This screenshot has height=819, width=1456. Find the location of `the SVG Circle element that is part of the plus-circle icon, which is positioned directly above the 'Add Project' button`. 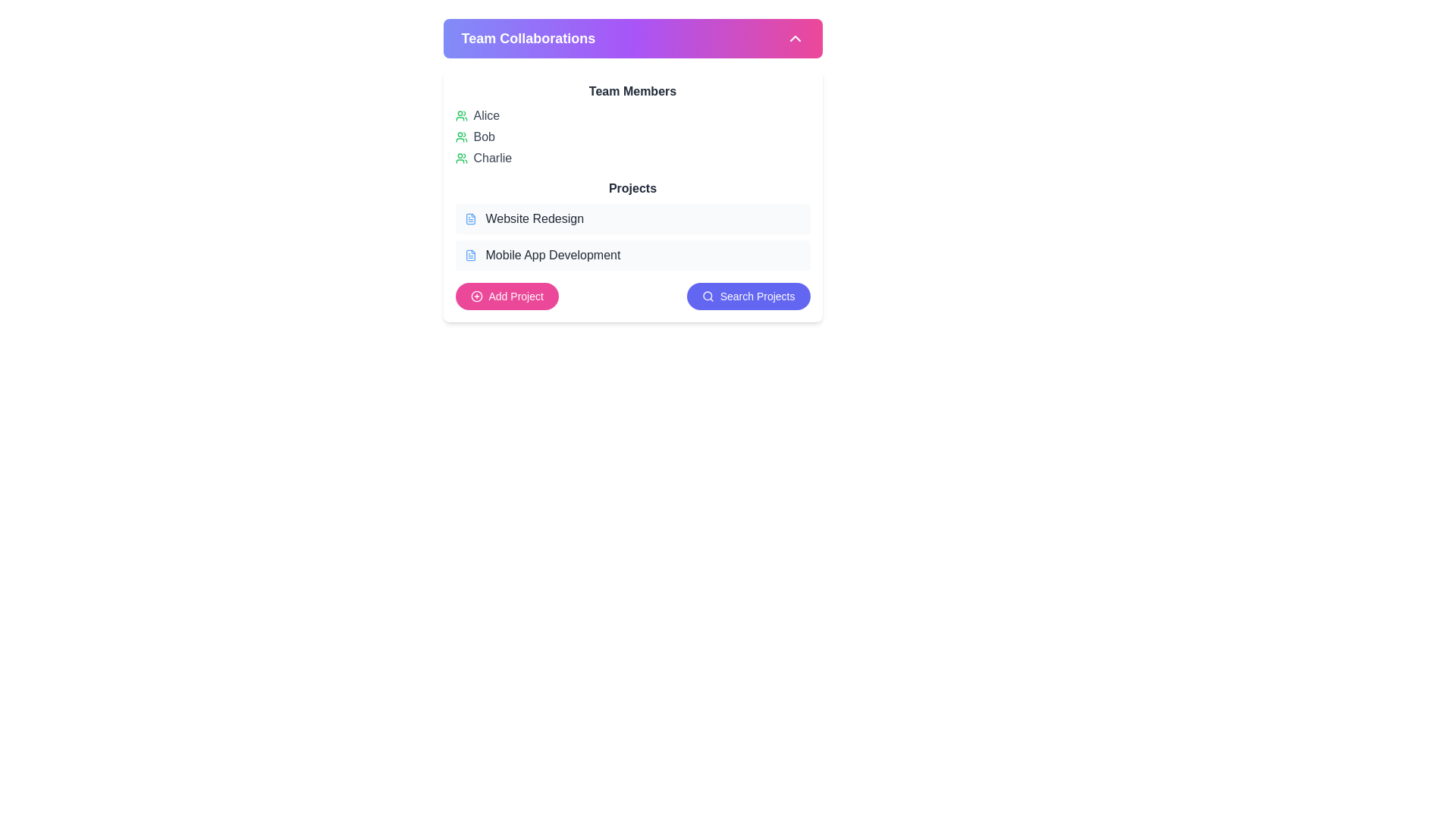

the SVG Circle element that is part of the plus-circle icon, which is positioned directly above the 'Add Project' button is located at coordinates (475, 296).